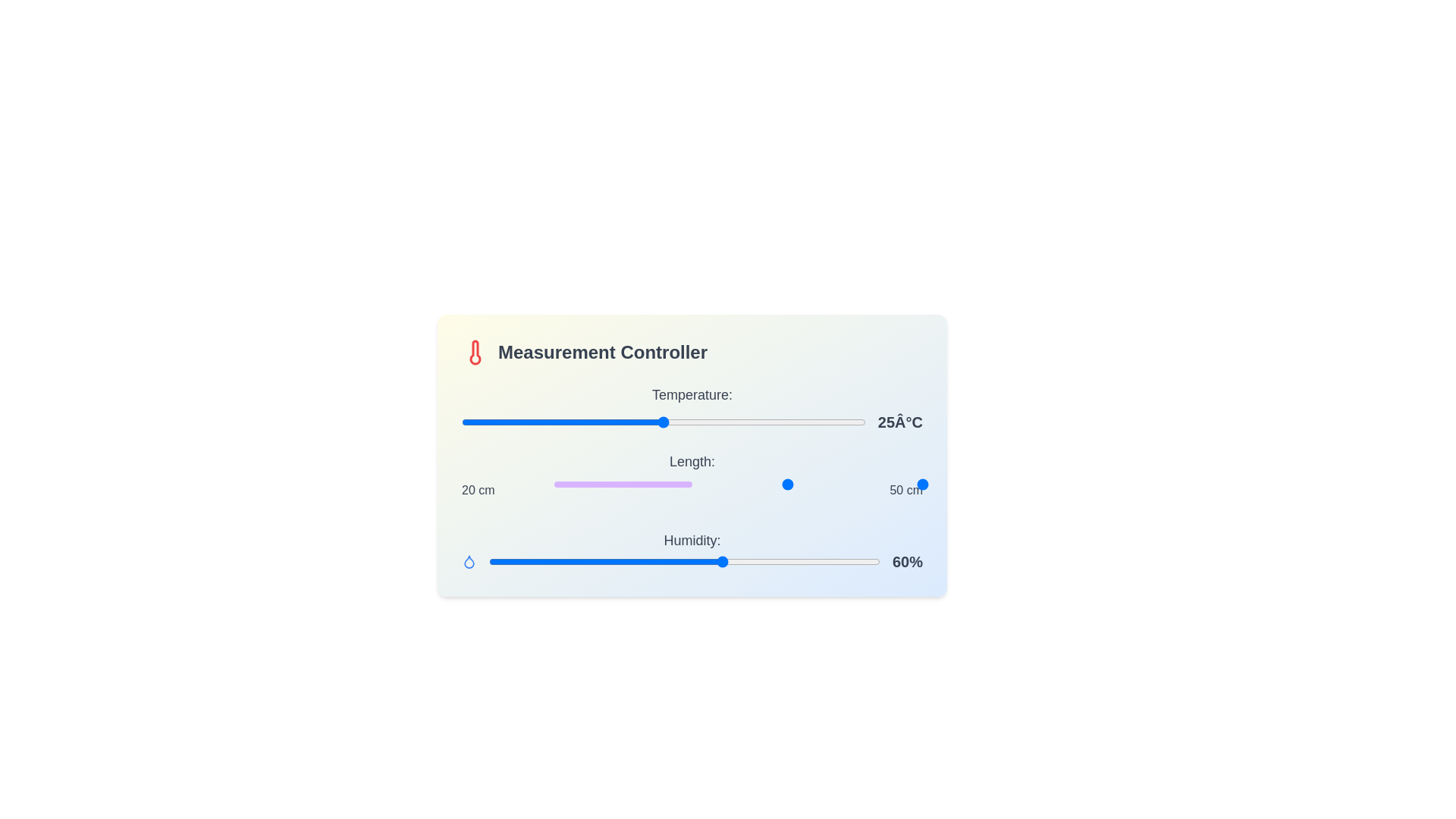  Describe the element at coordinates (807, 485) in the screenshot. I see `the length` at that location.